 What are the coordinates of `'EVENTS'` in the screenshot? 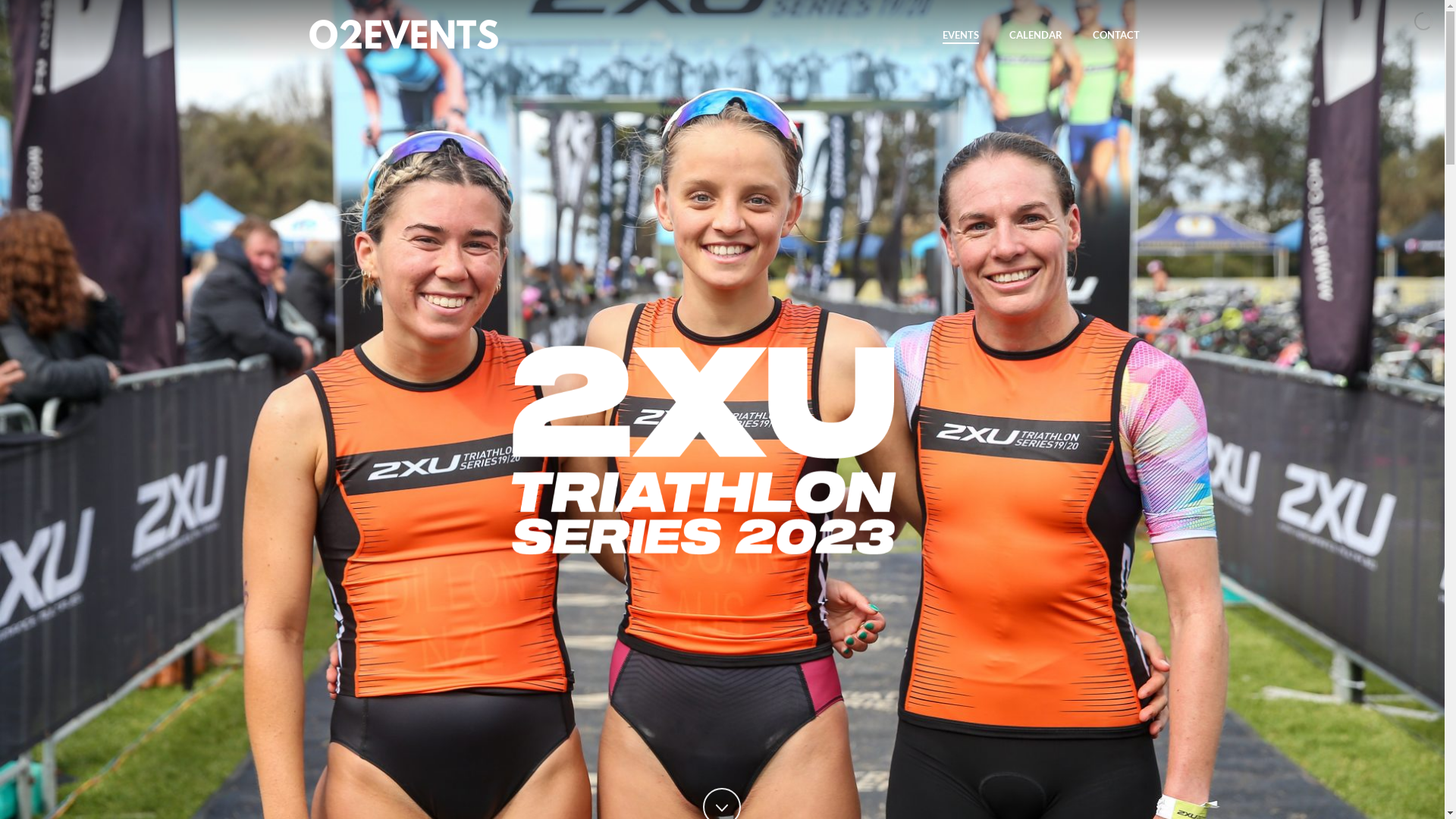 It's located at (959, 34).